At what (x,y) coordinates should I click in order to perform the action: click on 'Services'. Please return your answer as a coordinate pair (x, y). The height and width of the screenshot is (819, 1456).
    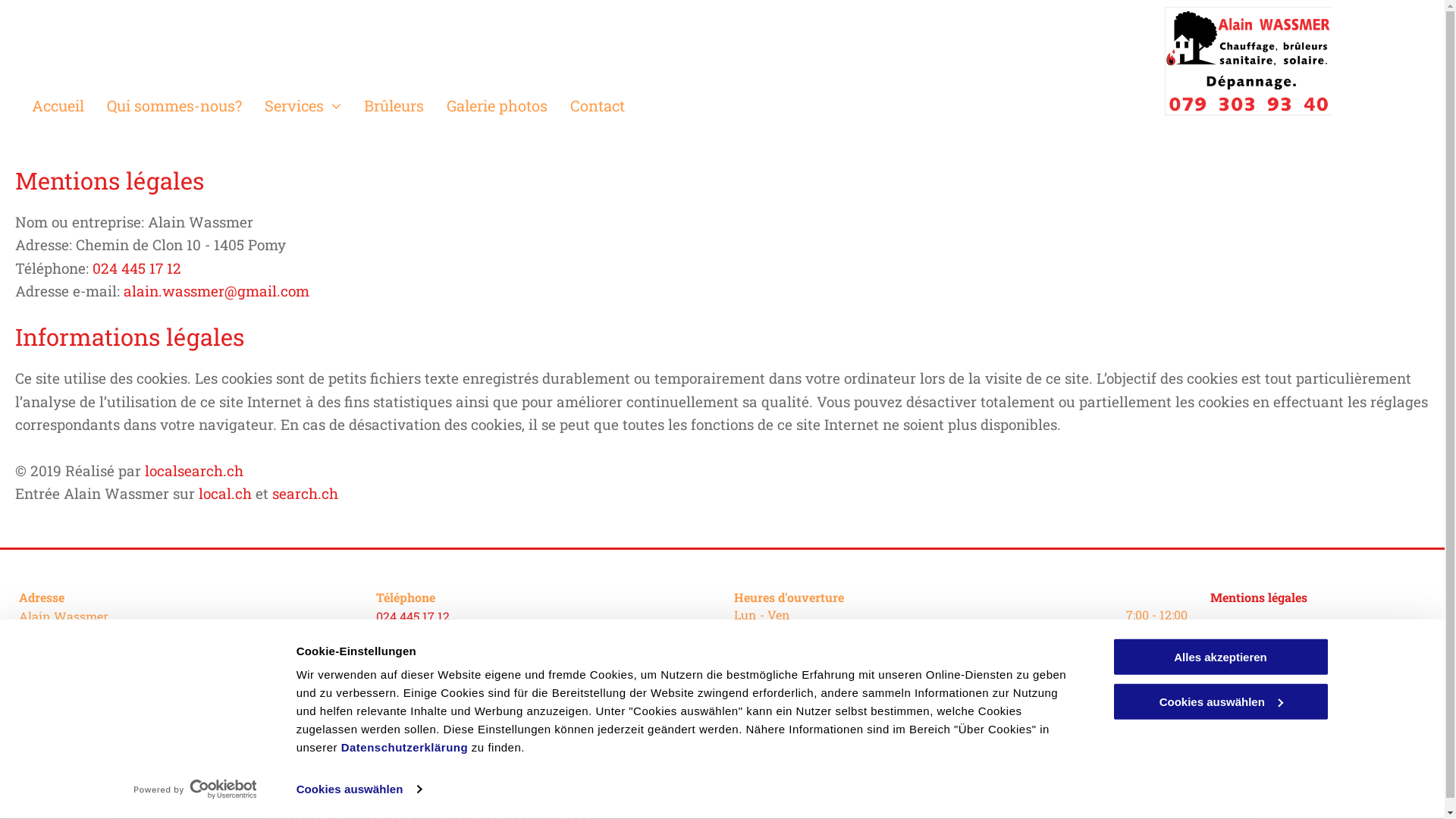
    Looking at the image, I should click on (313, 104).